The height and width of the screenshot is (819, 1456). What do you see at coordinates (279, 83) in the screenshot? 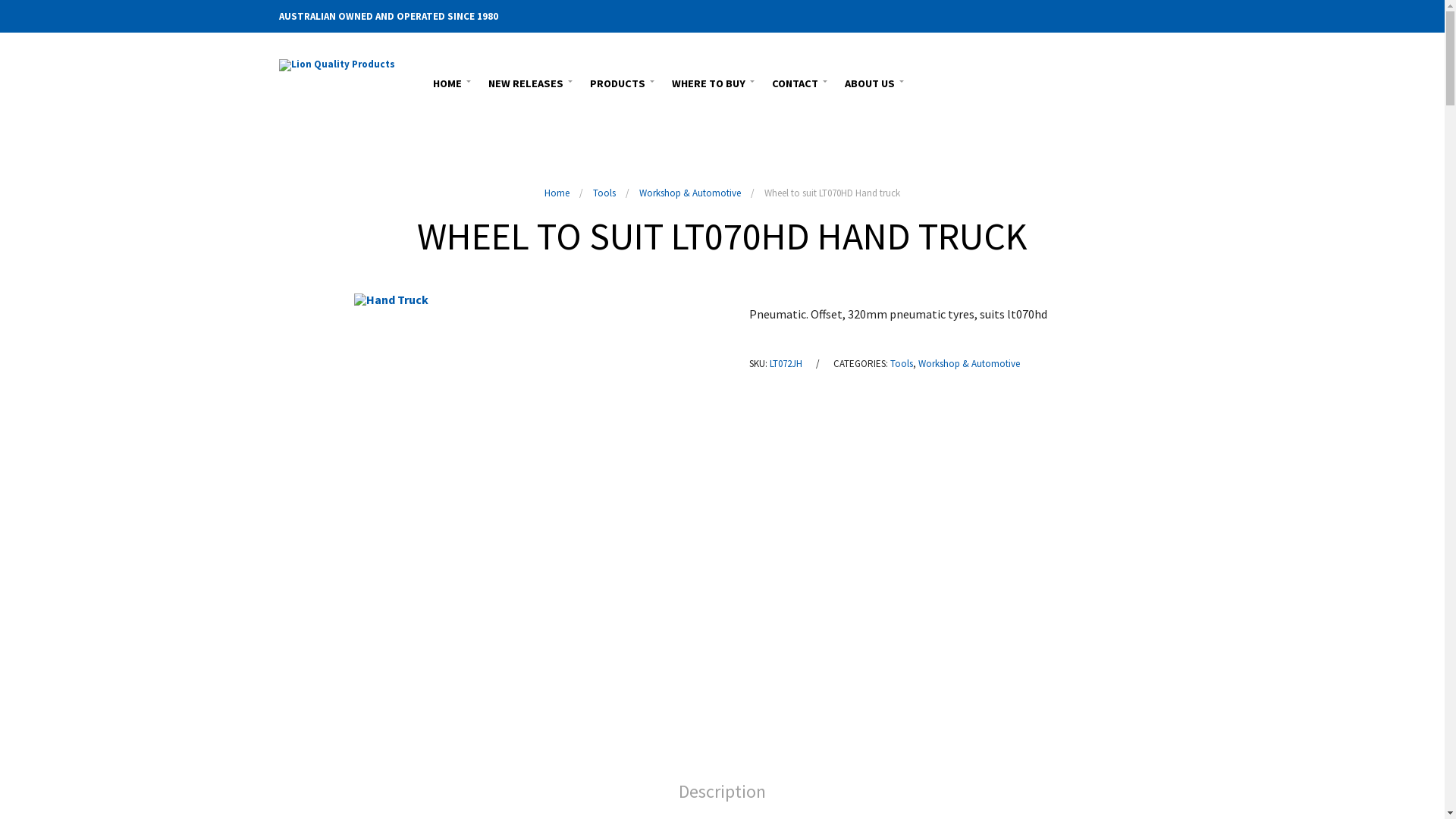
I see `'Lion (Aust) Consolidated P/L'` at bounding box center [279, 83].